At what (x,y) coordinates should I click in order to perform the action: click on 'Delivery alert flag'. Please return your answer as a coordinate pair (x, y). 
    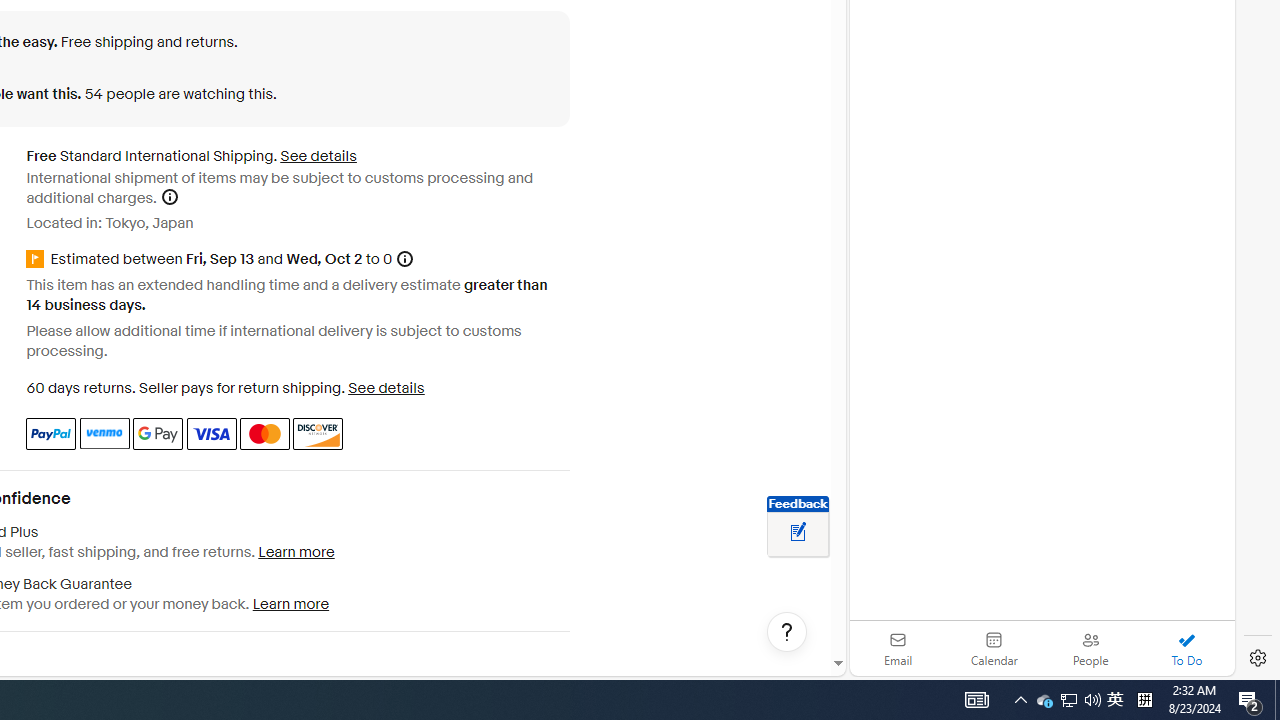
    Looking at the image, I should click on (38, 259).